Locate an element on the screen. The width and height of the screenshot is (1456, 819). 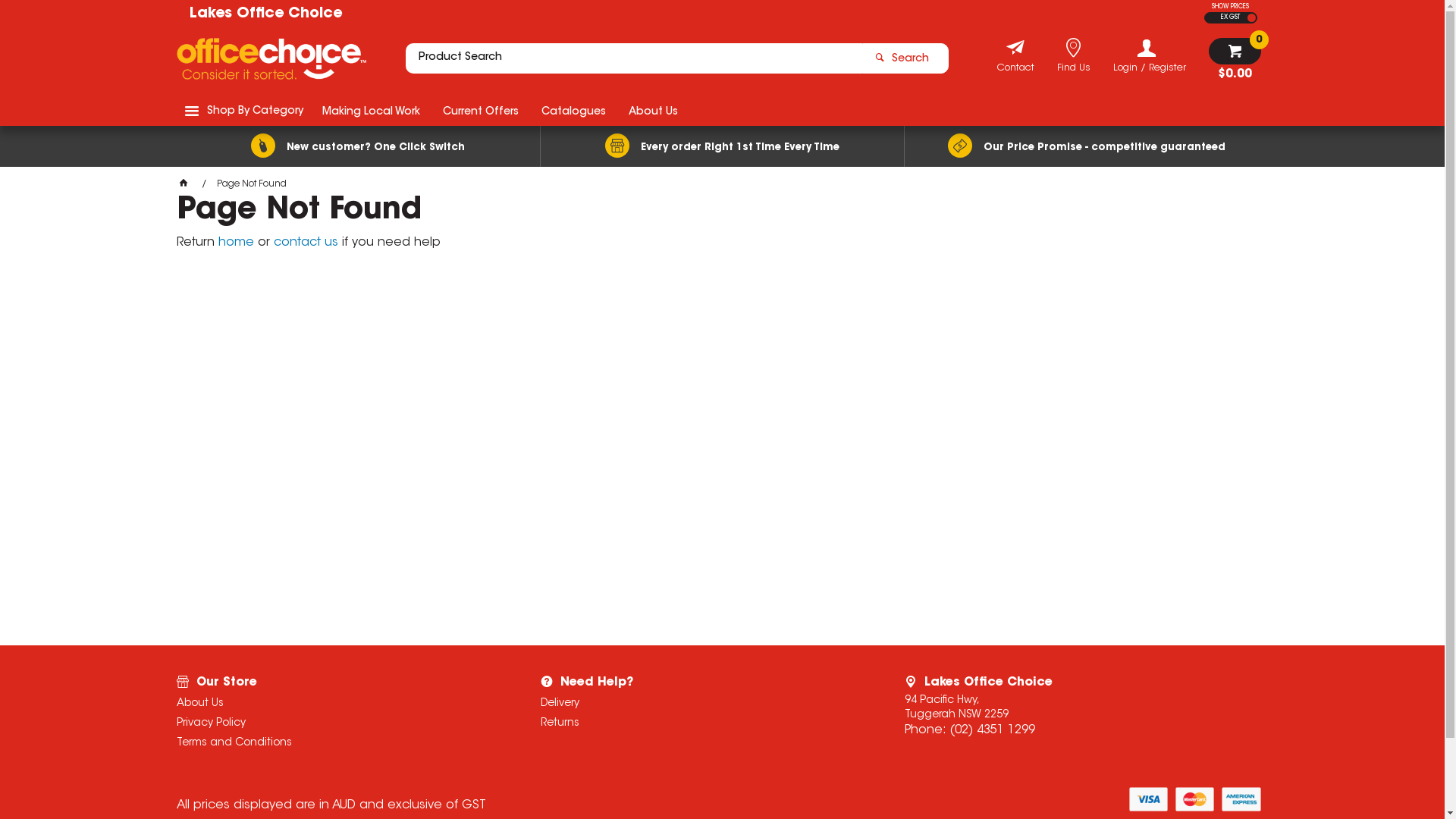
'Login / Register' is located at coordinates (1150, 55).